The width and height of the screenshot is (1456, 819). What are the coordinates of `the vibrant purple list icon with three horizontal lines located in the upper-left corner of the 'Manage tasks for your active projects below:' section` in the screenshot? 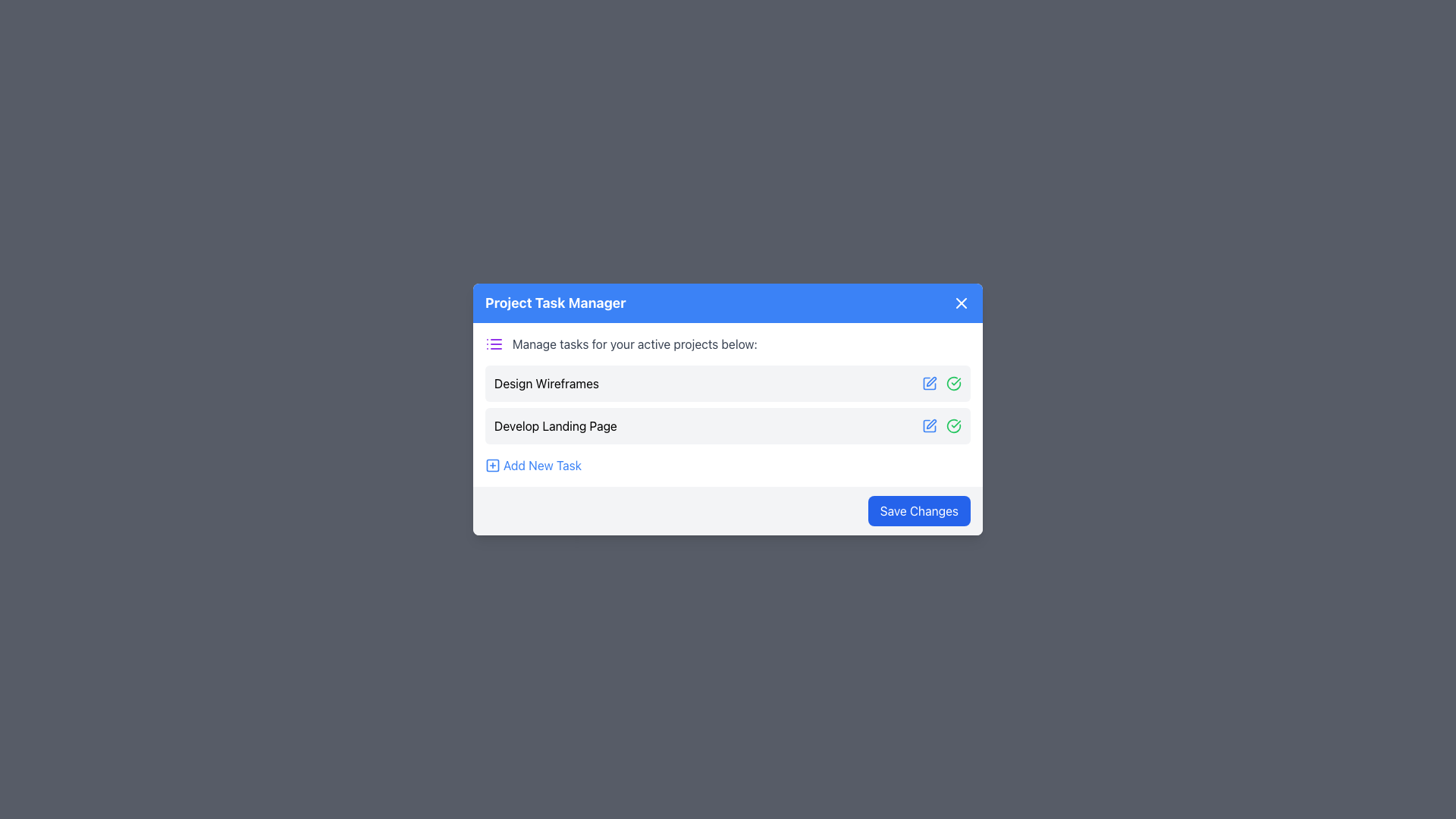 It's located at (494, 344).